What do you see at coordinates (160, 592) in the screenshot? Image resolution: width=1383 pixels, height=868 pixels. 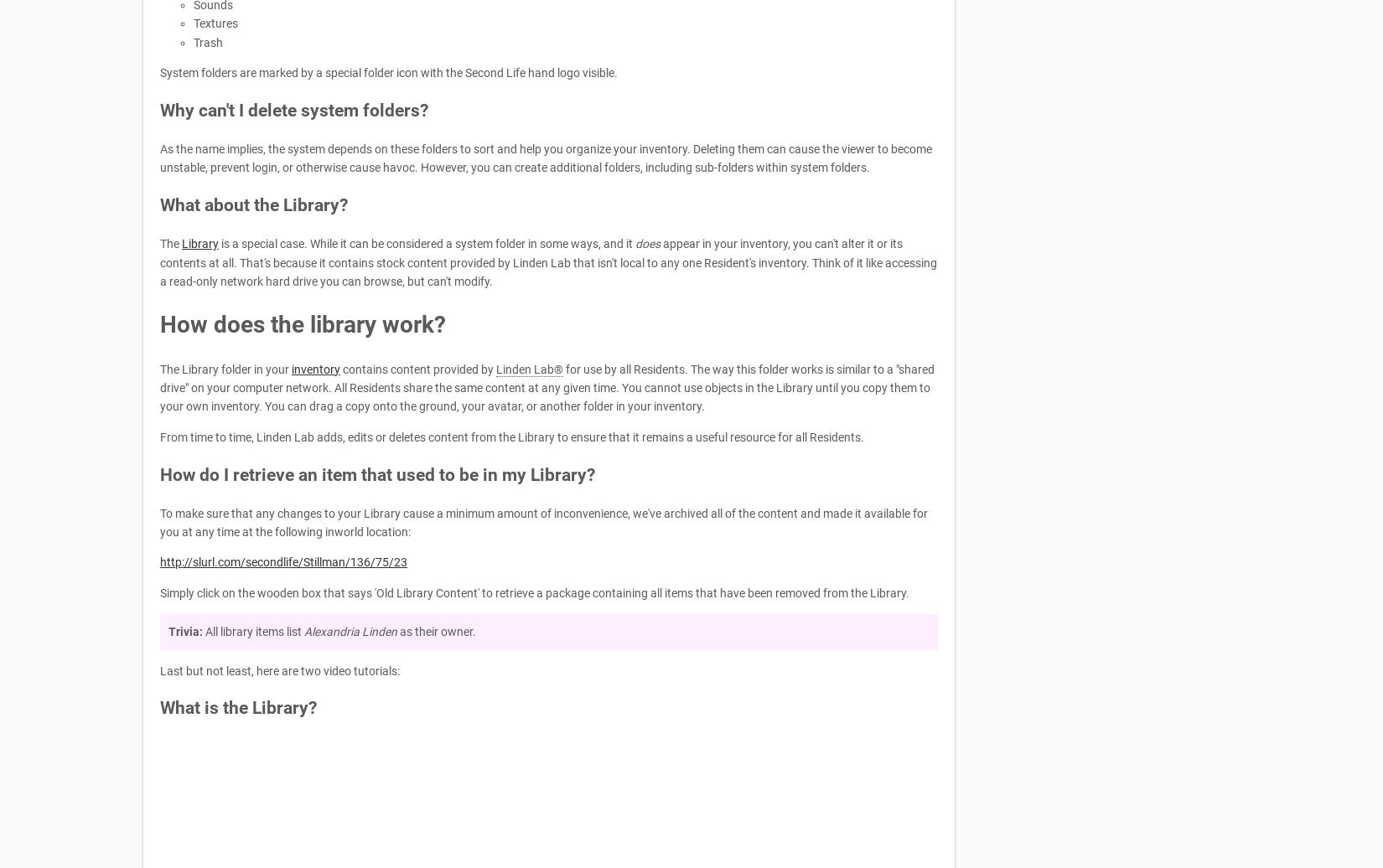 I see `'Simply click on the wooden box that says 'Old Library Content' to retrieve a package containing all items that have been removed from the Library.'` at bounding box center [160, 592].